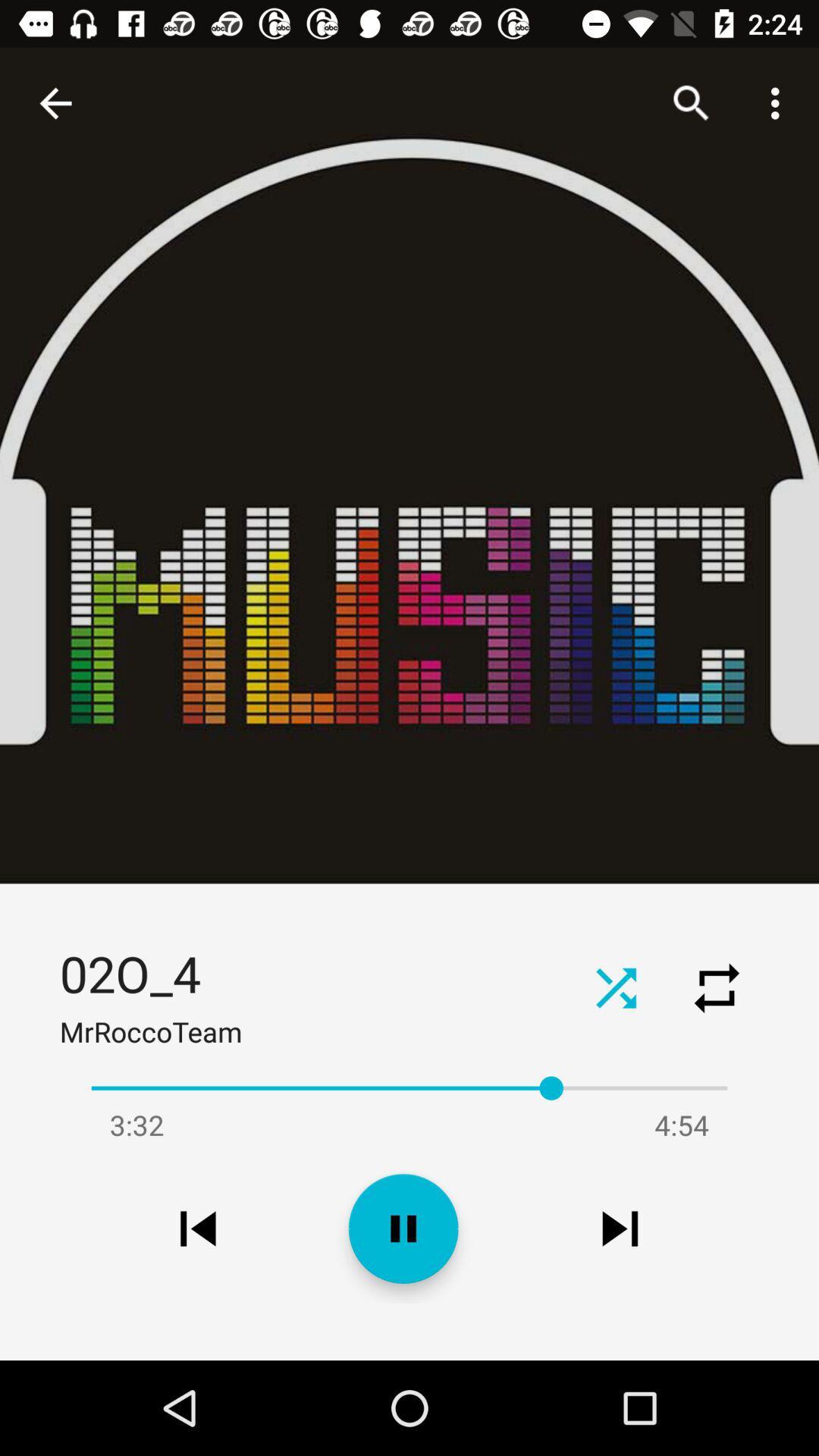  What do you see at coordinates (403, 1228) in the screenshot?
I see `the pause icon` at bounding box center [403, 1228].